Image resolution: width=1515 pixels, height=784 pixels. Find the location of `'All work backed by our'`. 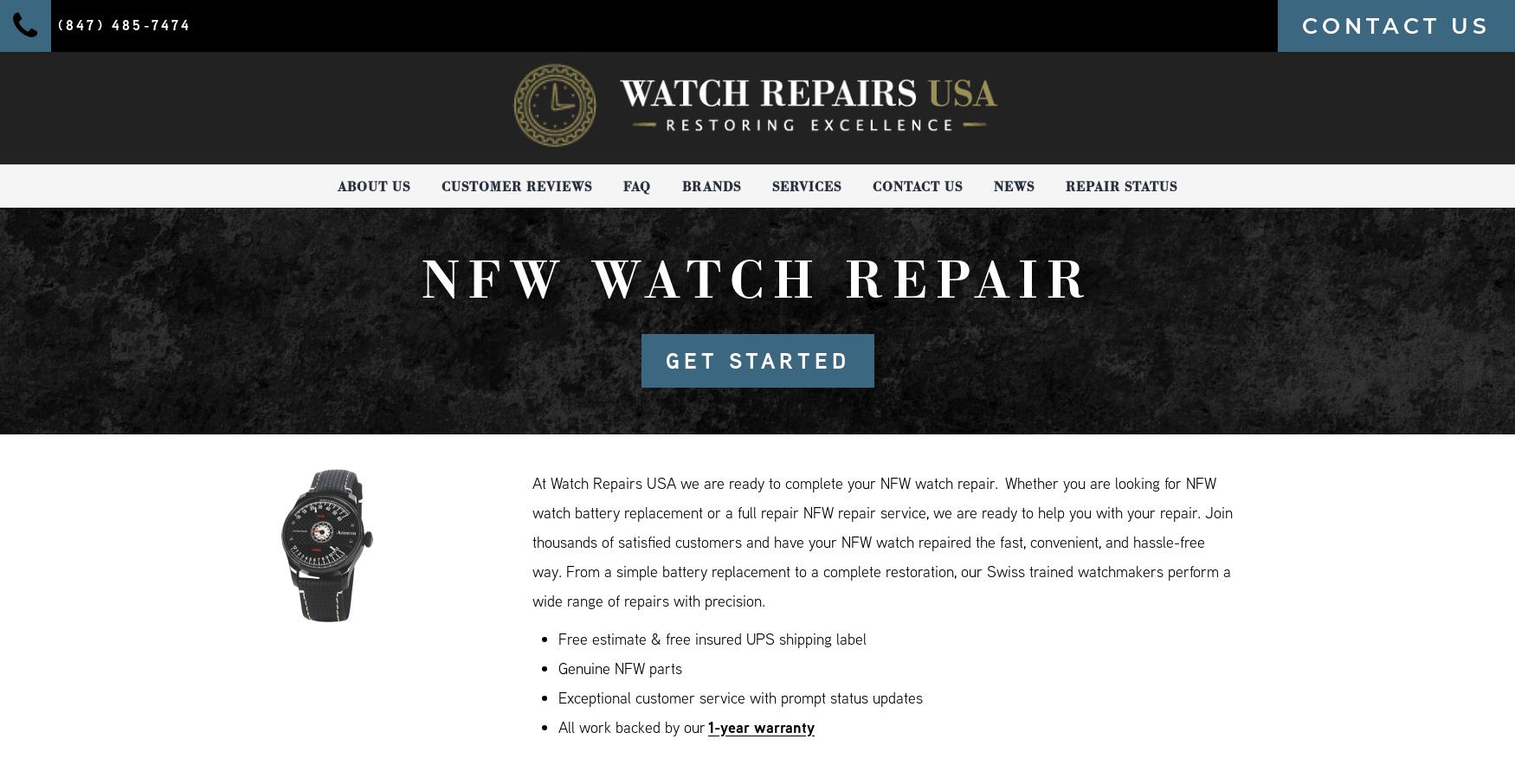

'All work backed by our' is located at coordinates (633, 726).